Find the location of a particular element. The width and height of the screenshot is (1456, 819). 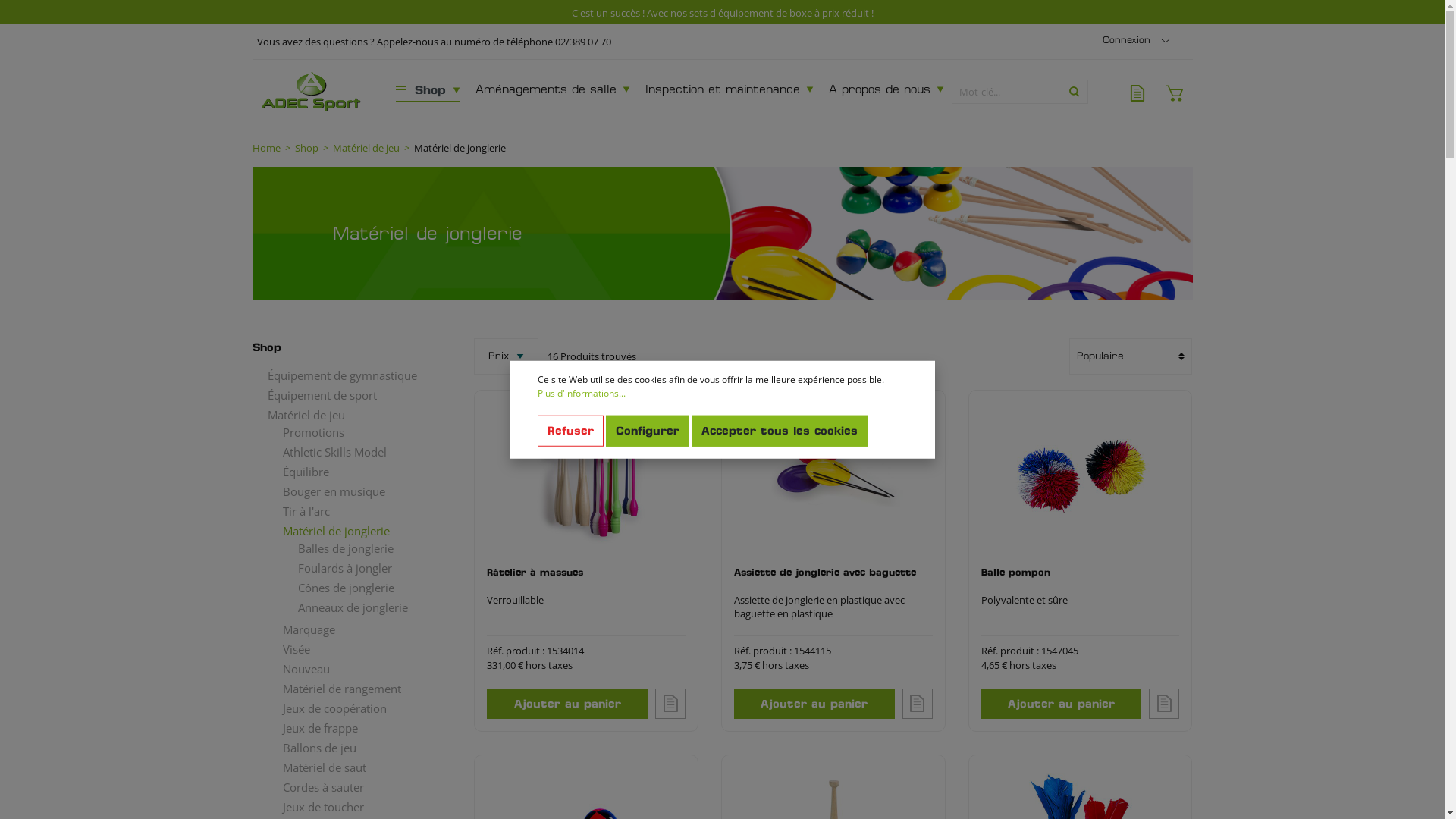

'Promotions' is located at coordinates (266, 432).